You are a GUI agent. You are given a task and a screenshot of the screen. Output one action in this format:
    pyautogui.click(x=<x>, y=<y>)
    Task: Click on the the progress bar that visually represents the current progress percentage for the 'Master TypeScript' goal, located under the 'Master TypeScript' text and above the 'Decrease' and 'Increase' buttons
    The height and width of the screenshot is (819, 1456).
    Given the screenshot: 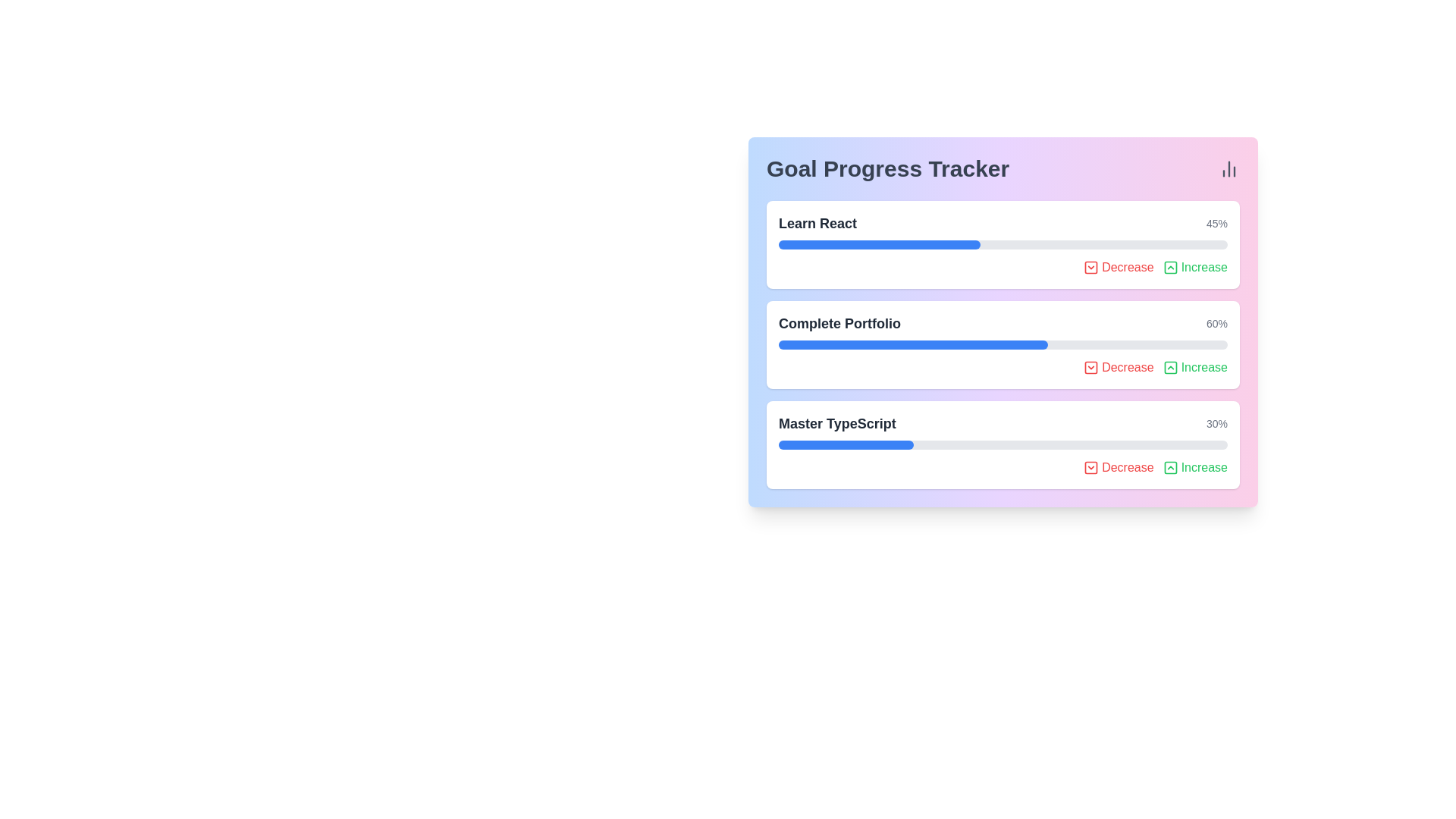 What is the action you would take?
    pyautogui.click(x=1003, y=444)
    